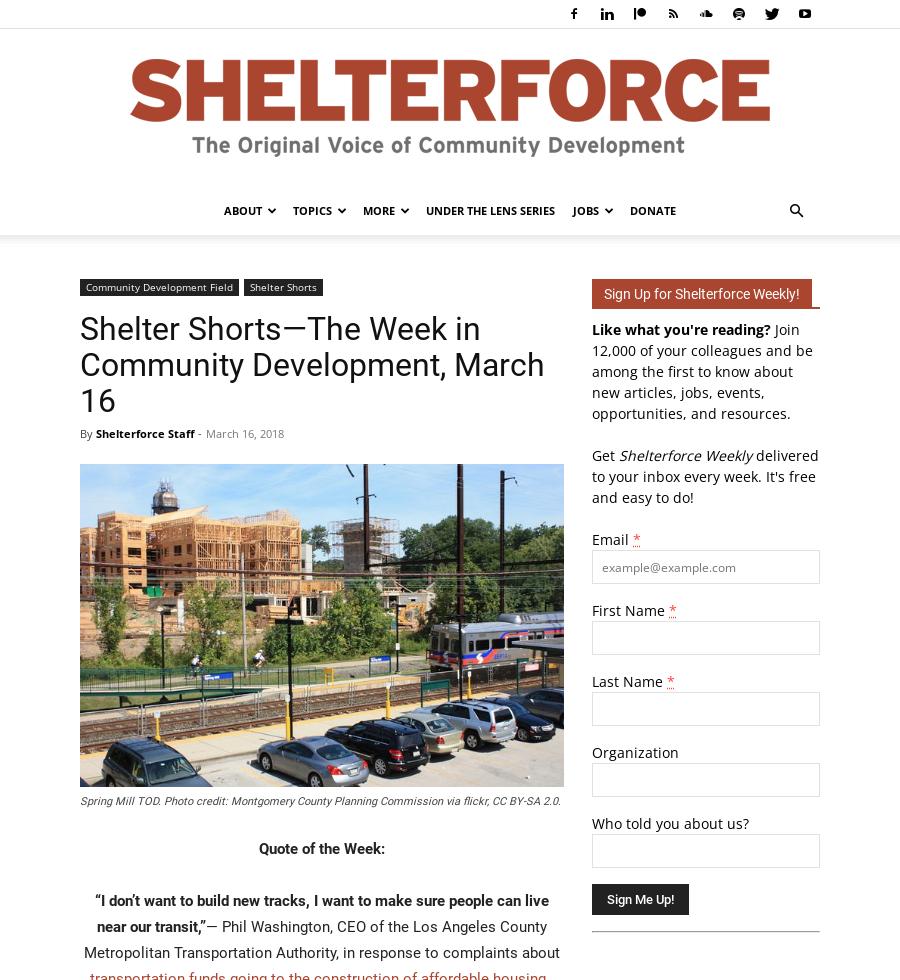  I want to click on 'Last Name', so click(629, 681).